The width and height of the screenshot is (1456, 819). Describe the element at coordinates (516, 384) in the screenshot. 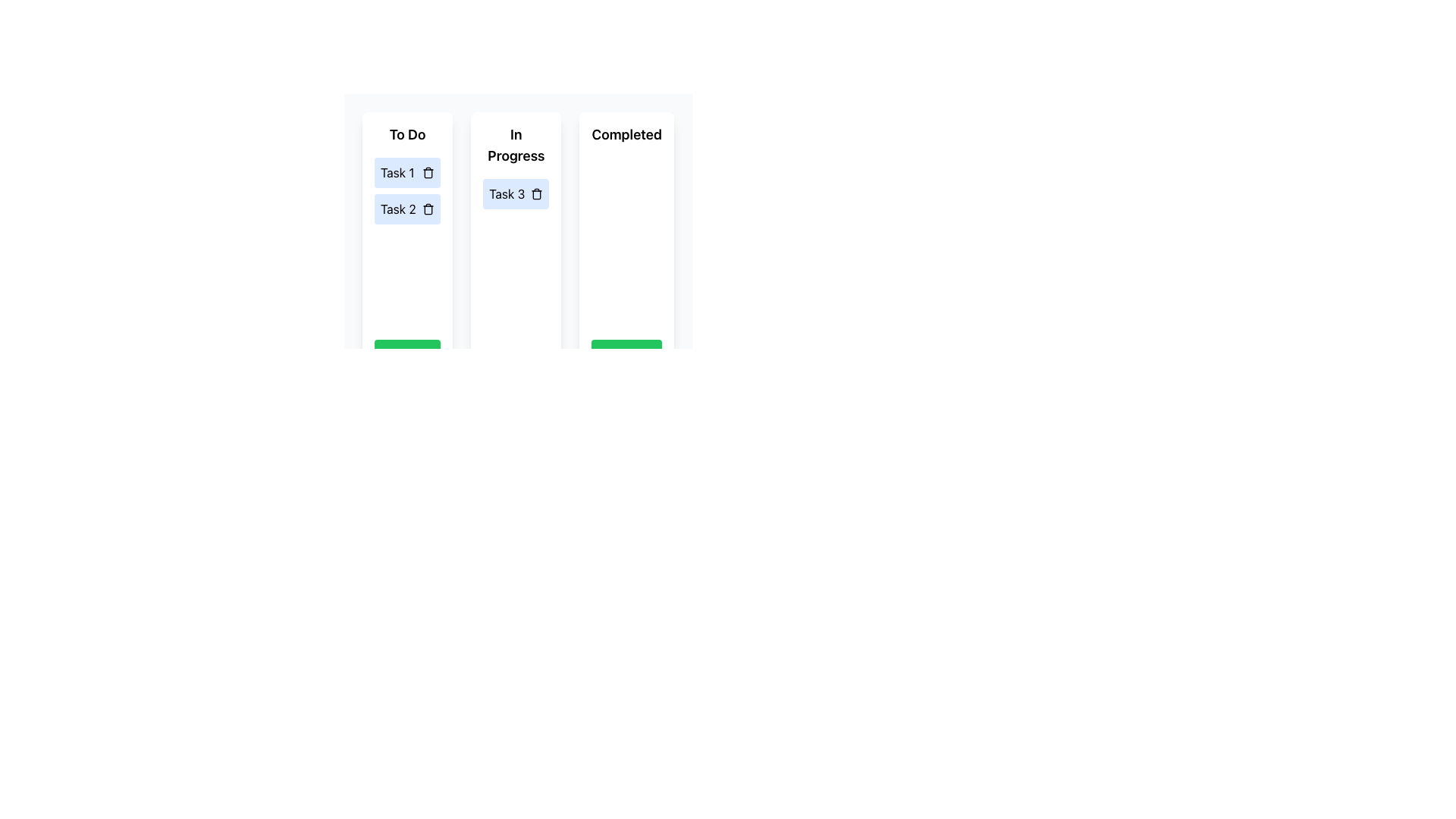

I see `the button that adds a new task to the 'In Progress' category` at that location.